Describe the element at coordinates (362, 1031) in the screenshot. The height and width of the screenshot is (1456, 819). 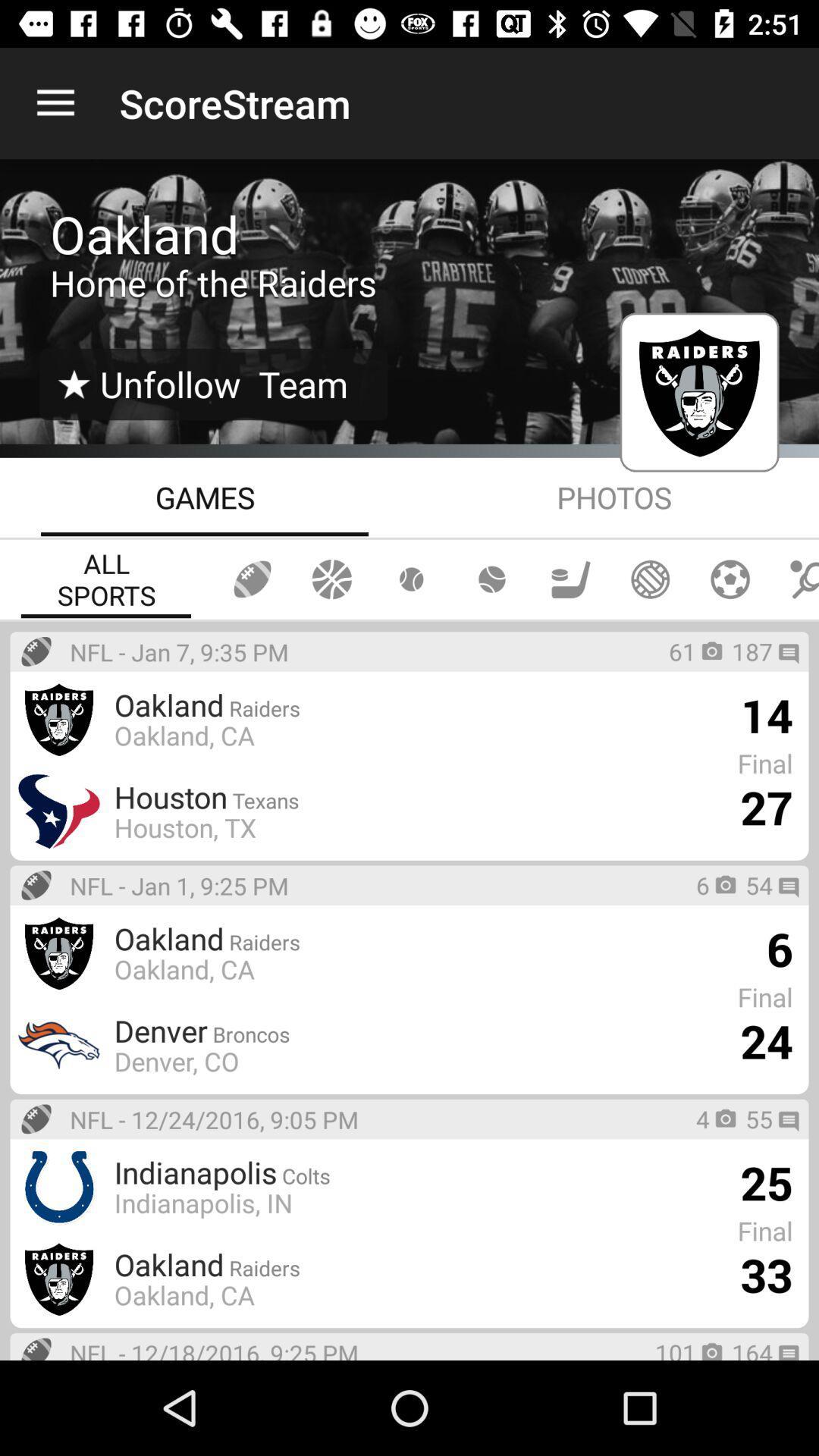
I see `icon below oakland, ca app` at that location.